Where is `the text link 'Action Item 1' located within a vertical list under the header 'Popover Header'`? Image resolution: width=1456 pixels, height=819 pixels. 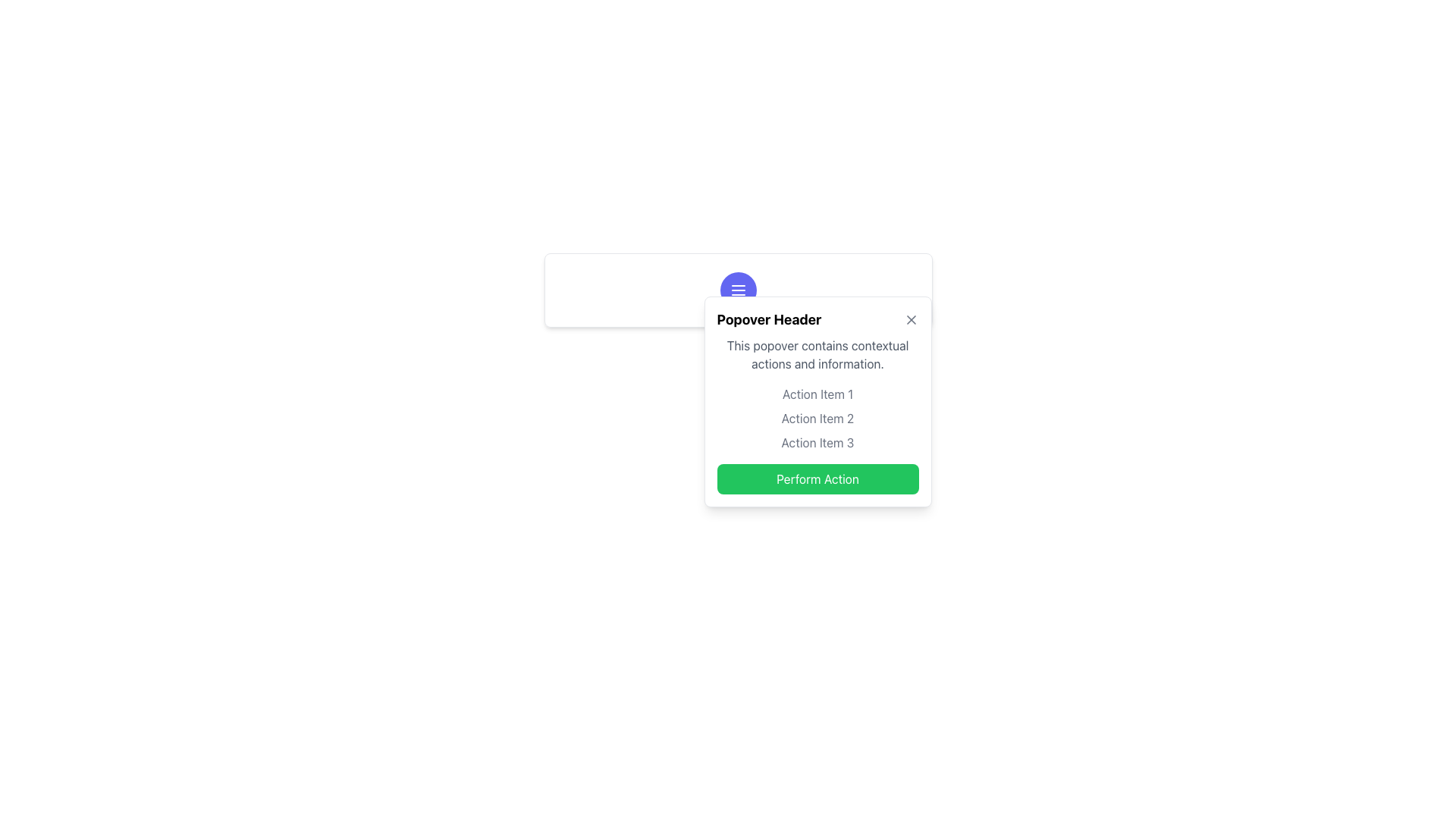
the text link 'Action Item 1' located within a vertical list under the header 'Popover Header' is located at coordinates (817, 394).